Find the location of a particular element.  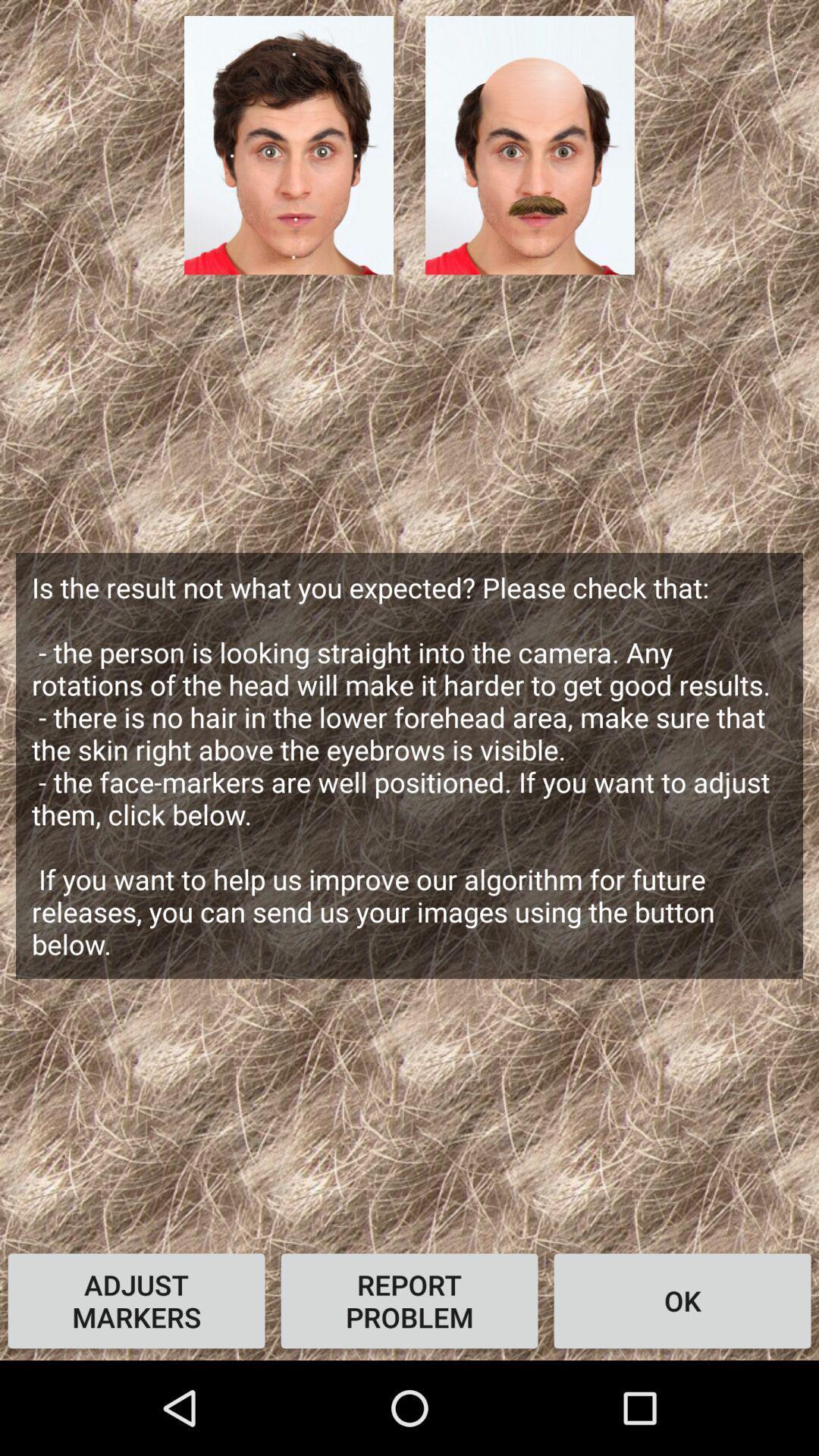

the adjust markers item is located at coordinates (136, 1300).